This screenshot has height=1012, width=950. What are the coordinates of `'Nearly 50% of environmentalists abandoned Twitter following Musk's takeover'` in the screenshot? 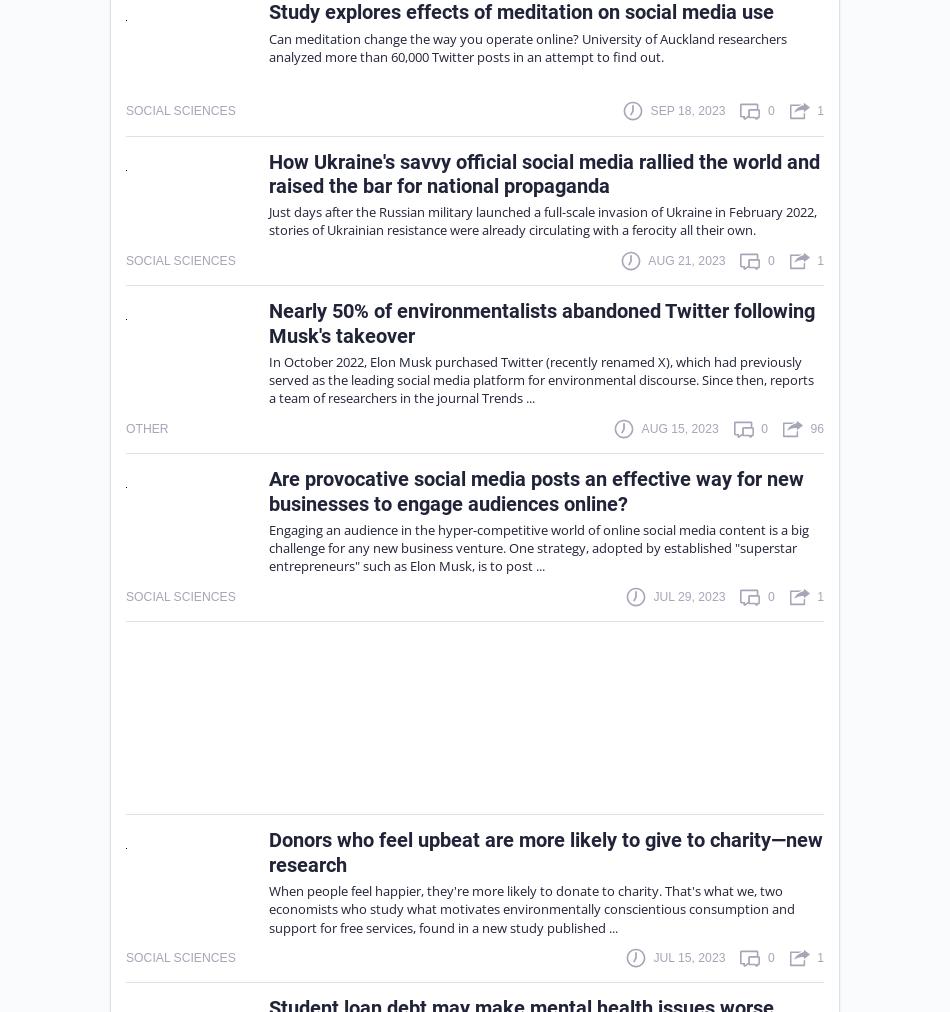 It's located at (541, 322).